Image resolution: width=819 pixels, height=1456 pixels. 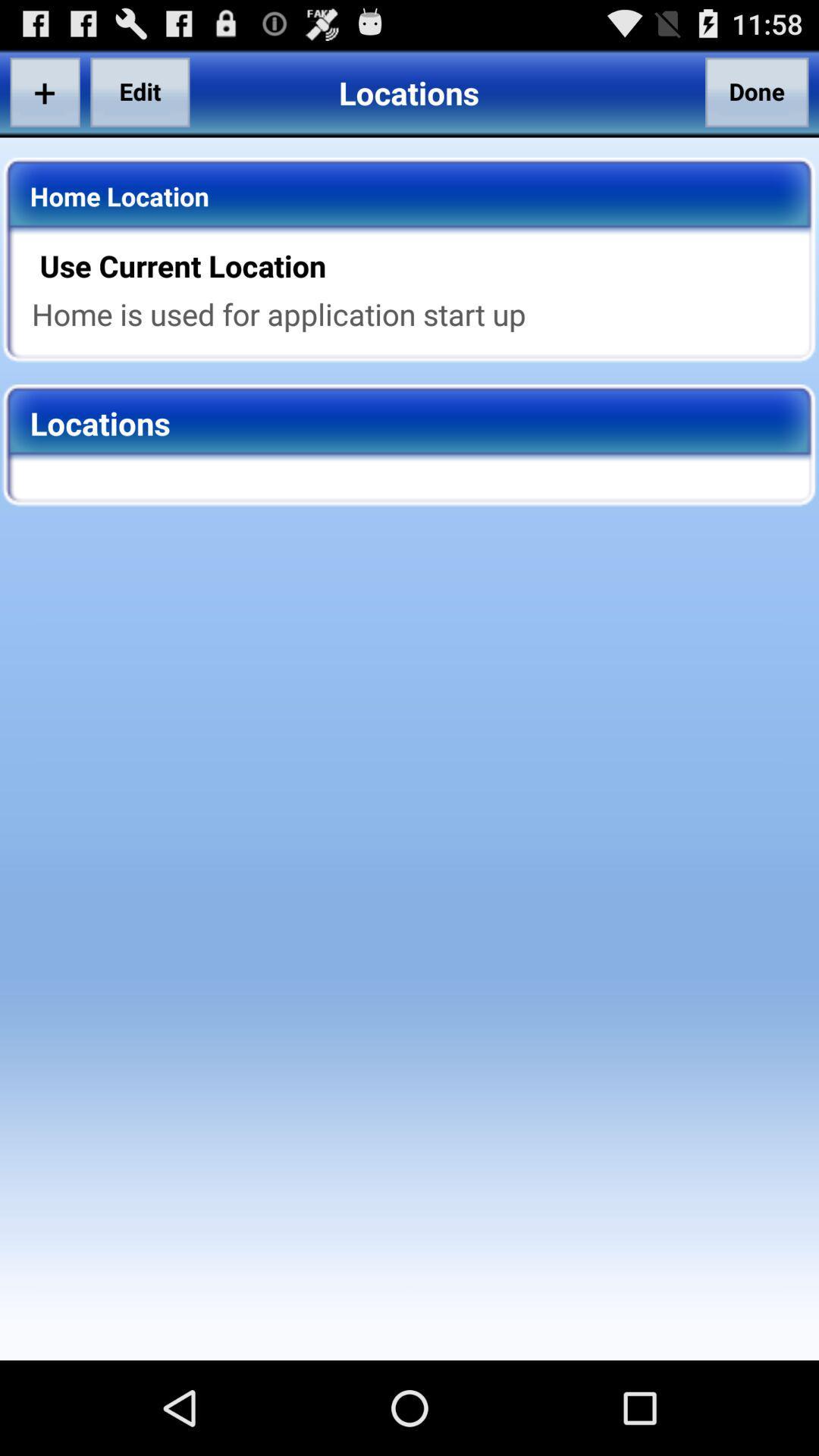 I want to click on the done icon, so click(x=757, y=91).